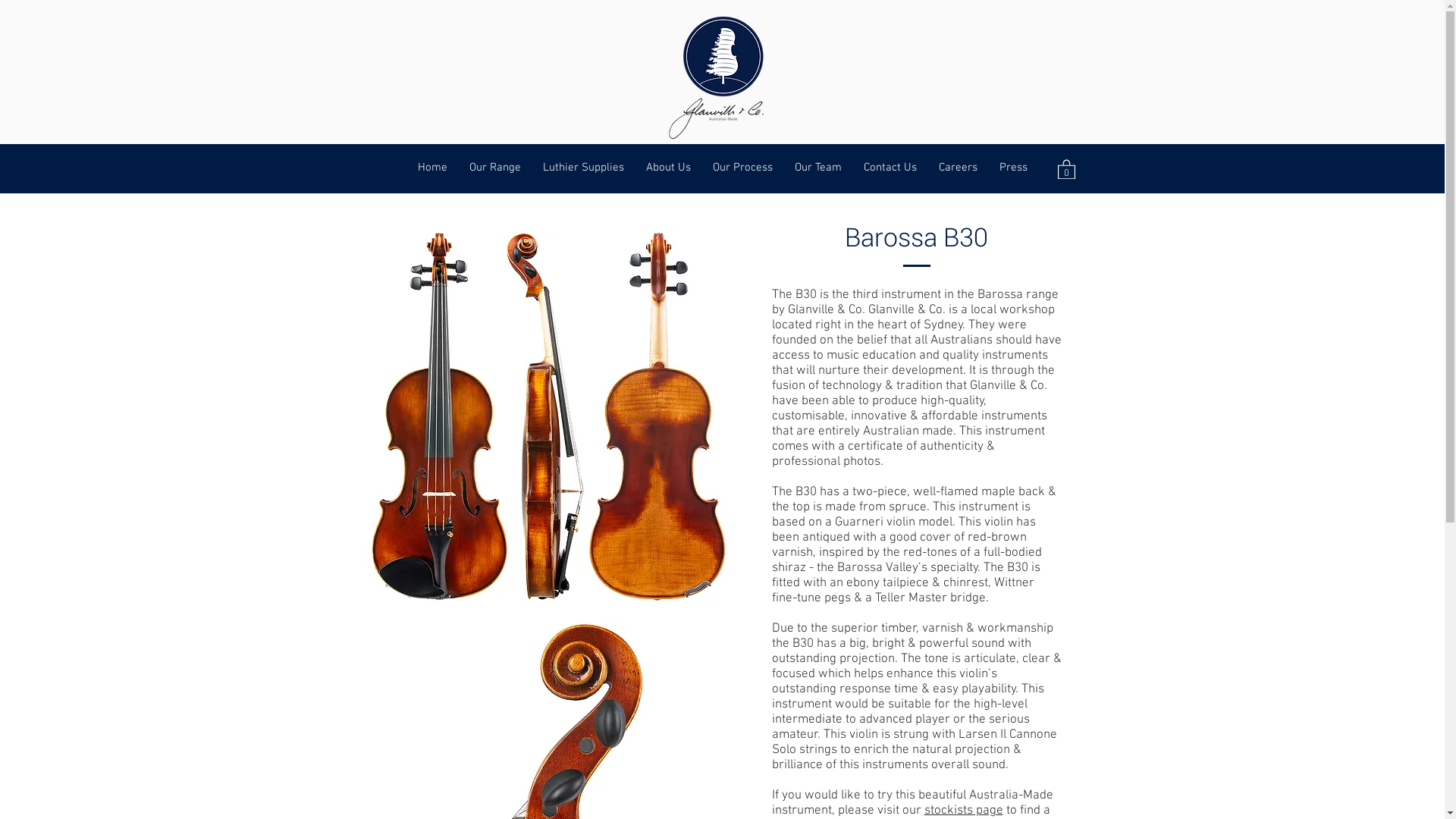 The image size is (1456, 819). What do you see at coordinates (742, 167) in the screenshot?
I see `'Our Process'` at bounding box center [742, 167].